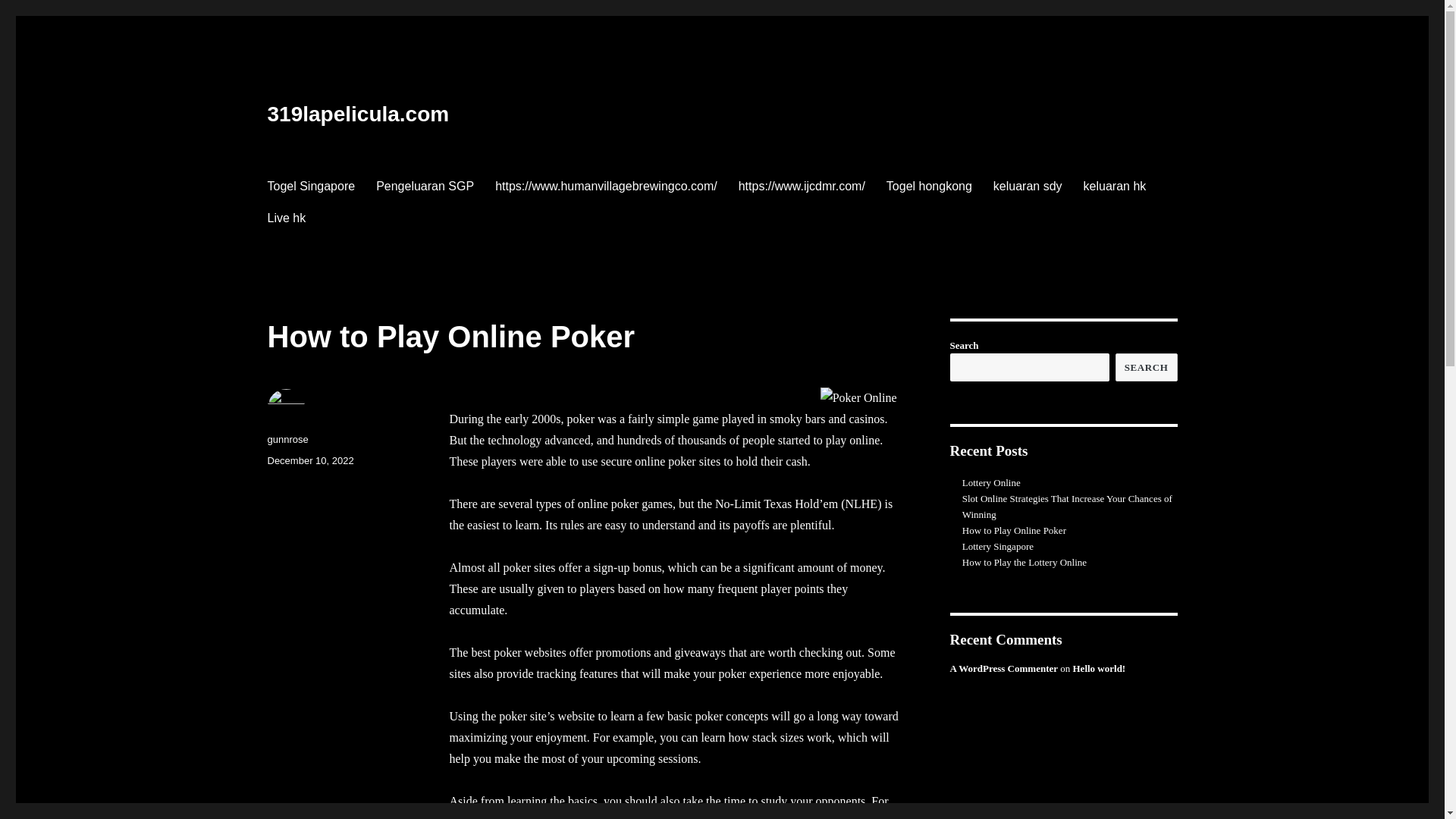  I want to click on 'Hello world!', so click(1099, 667).